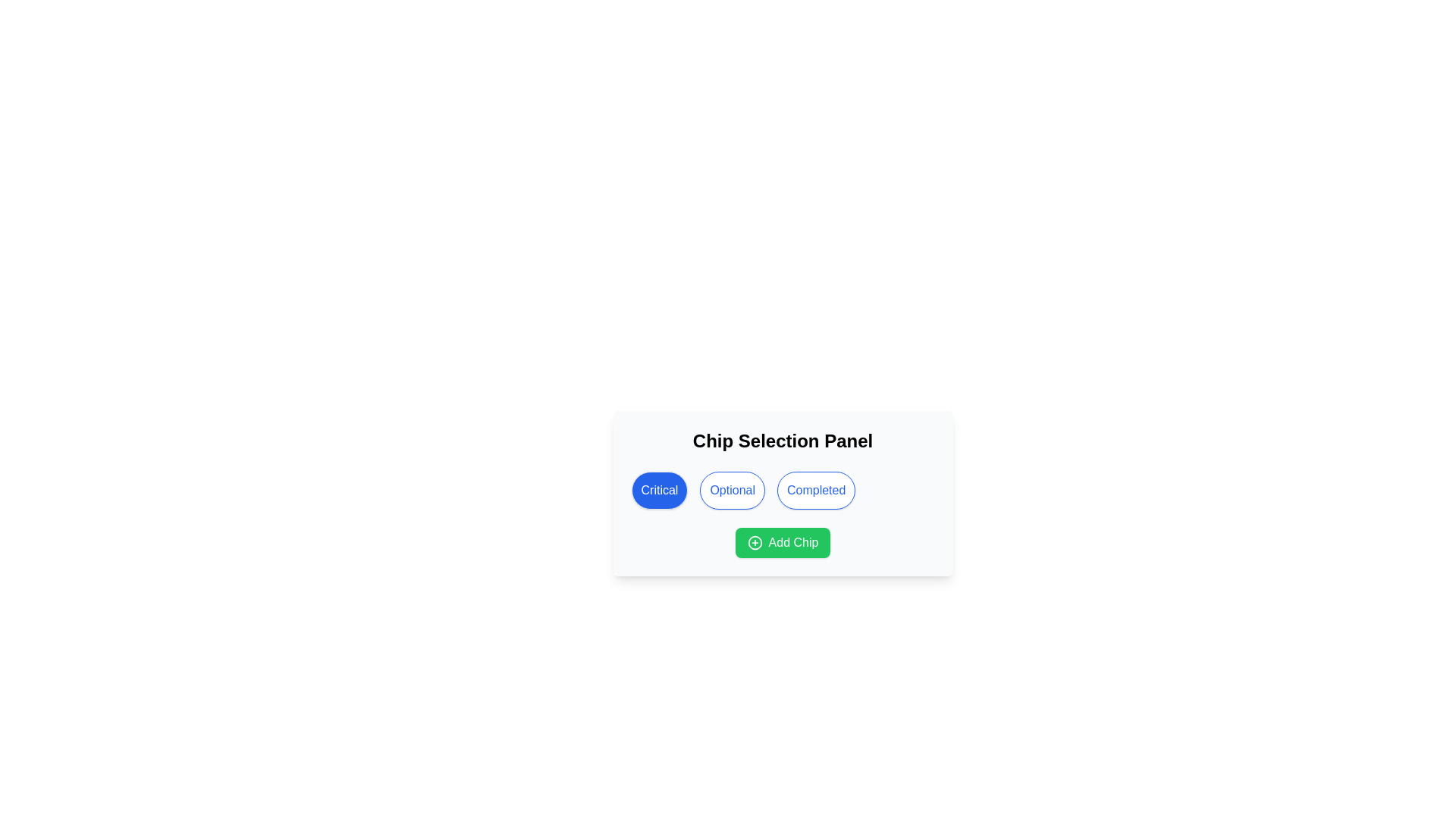  What do you see at coordinates (783, 542) in the screenshot?
I see `the 'Add Chip' button to add a new chip to the panel` at bounding box center [783, 542].